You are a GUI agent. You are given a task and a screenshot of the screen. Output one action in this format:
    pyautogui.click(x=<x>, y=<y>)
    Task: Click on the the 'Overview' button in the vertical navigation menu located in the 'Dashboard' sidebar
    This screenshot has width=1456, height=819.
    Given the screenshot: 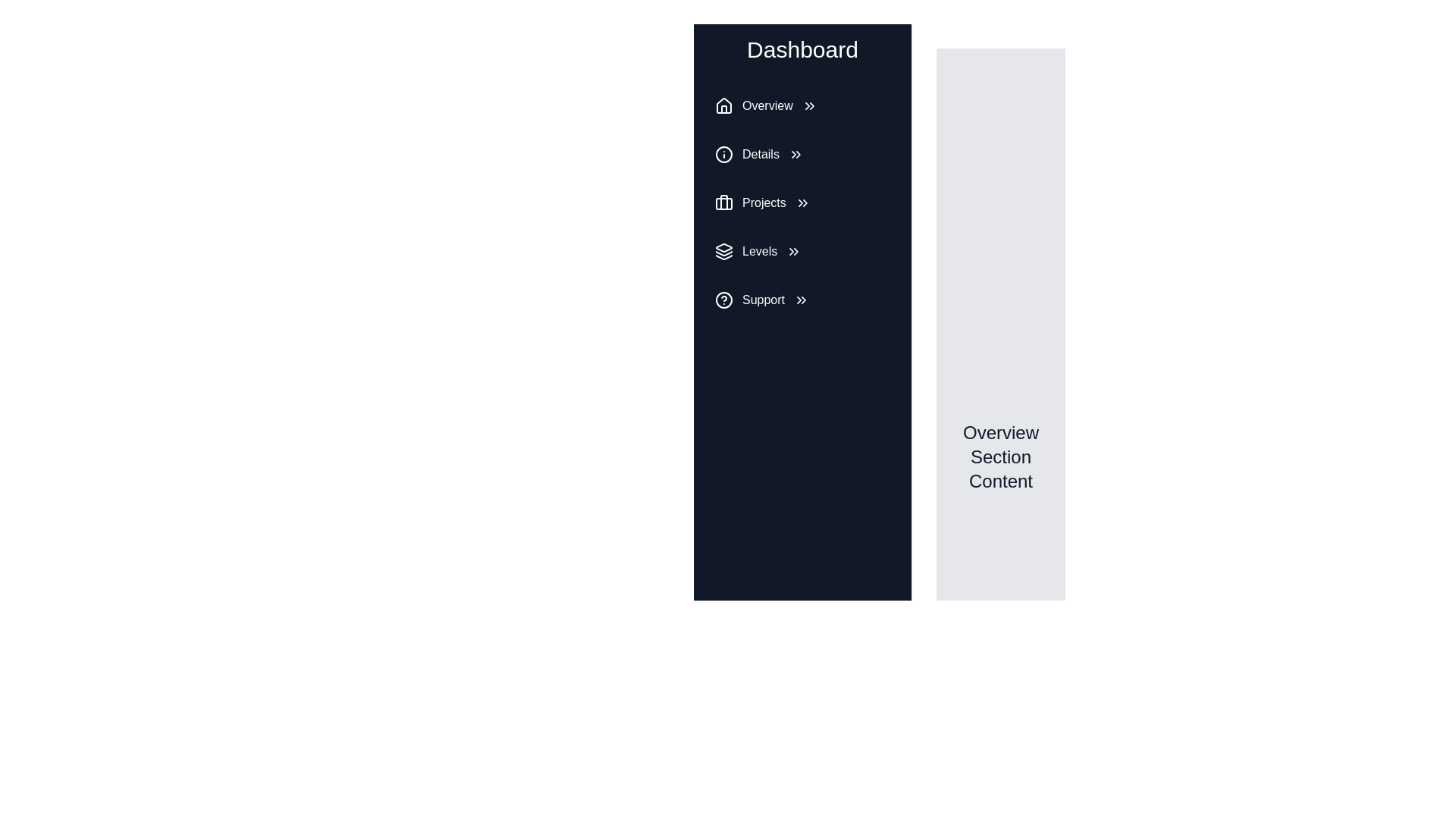 What is the action you would take?
    pyautogui.click(x=802, y=105)
    